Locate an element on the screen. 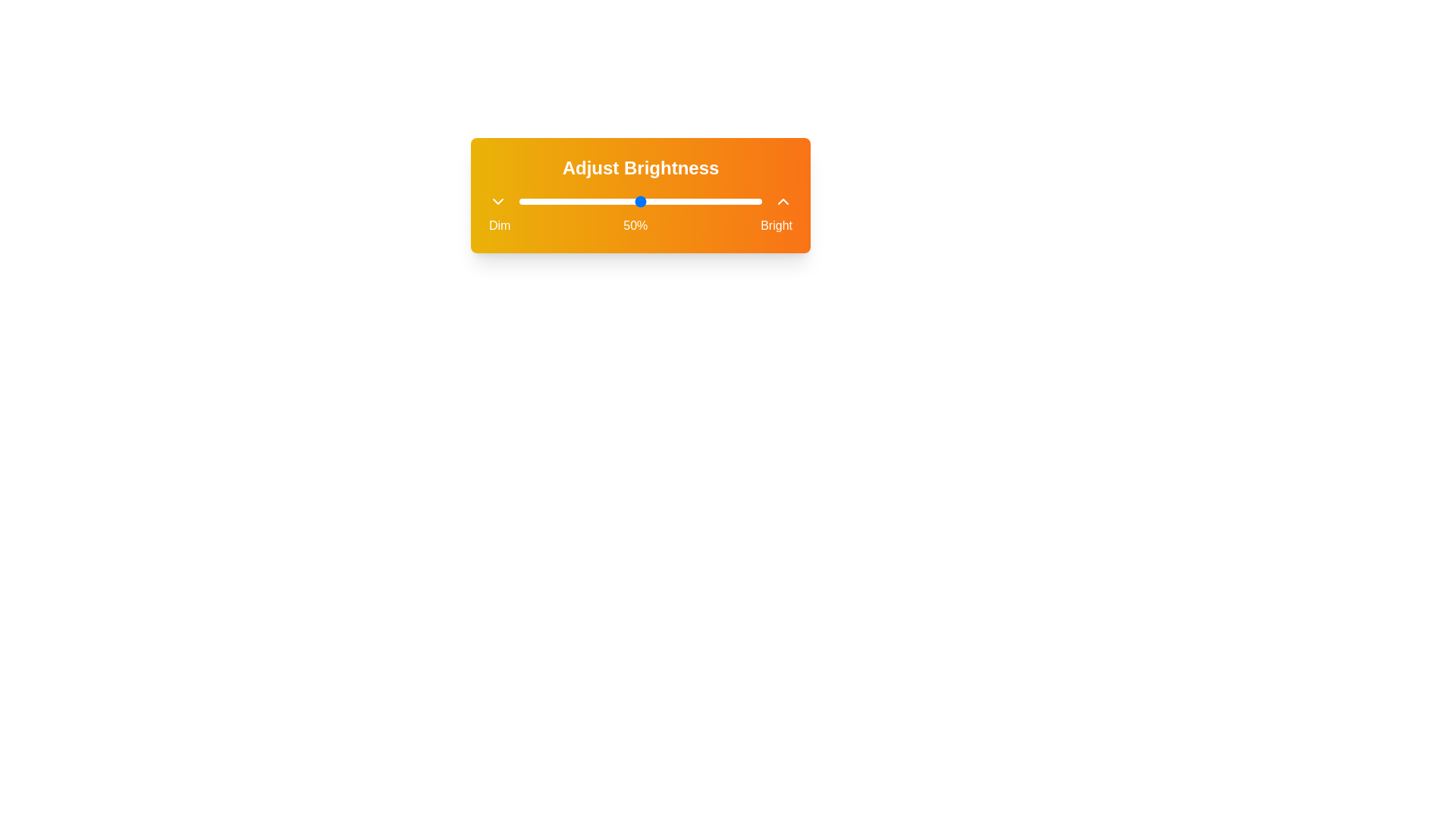 Image resolution: width=1456 pixels, height=819 pixels. the label below the 'Adjust Brightness' text and slider that indicates levels 'Dim', '50%', and 'Bright' is located at coordinates (640, 225).